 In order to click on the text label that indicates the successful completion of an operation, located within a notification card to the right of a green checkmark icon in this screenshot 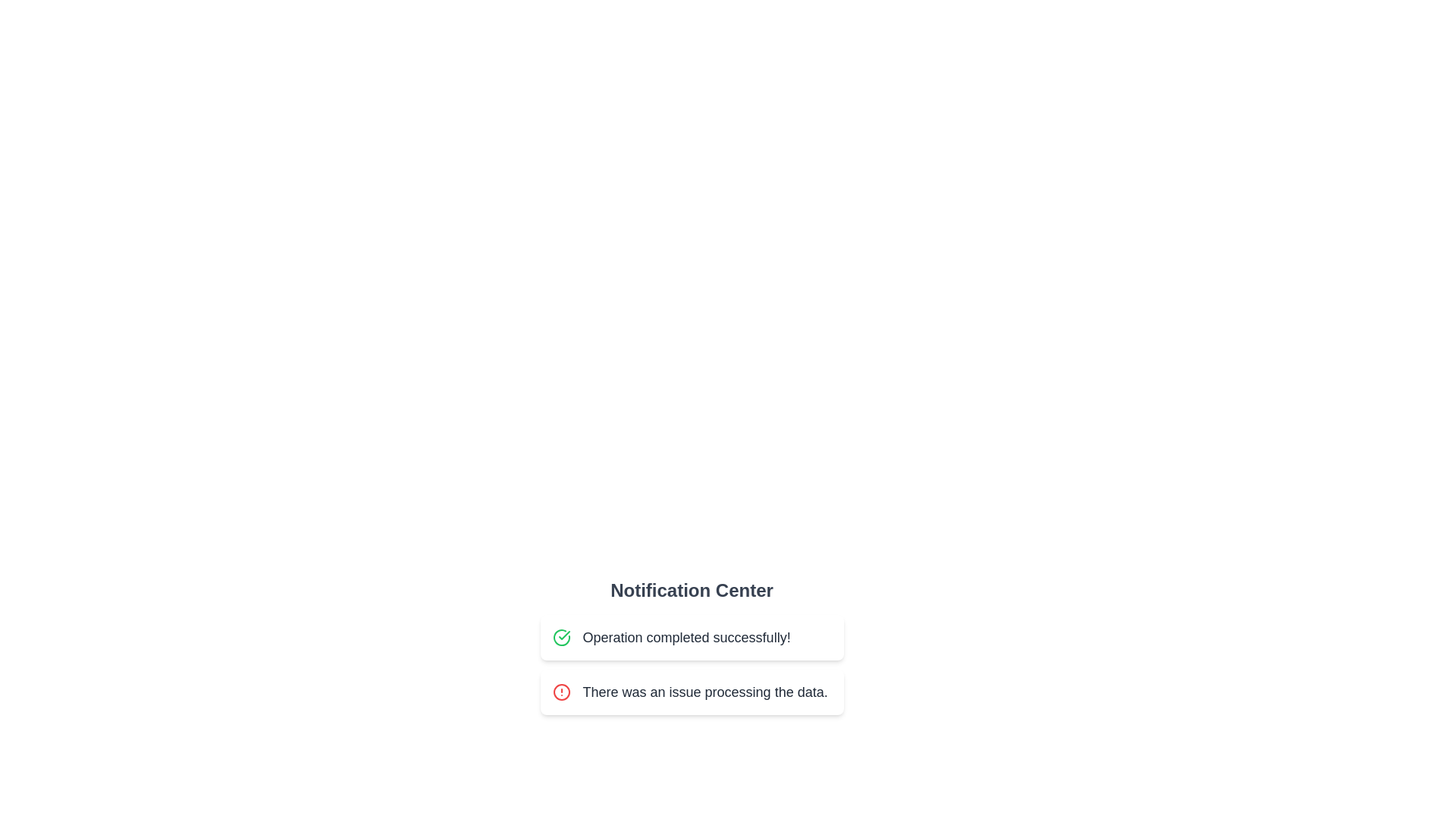, I will do `click(686, 637)`.